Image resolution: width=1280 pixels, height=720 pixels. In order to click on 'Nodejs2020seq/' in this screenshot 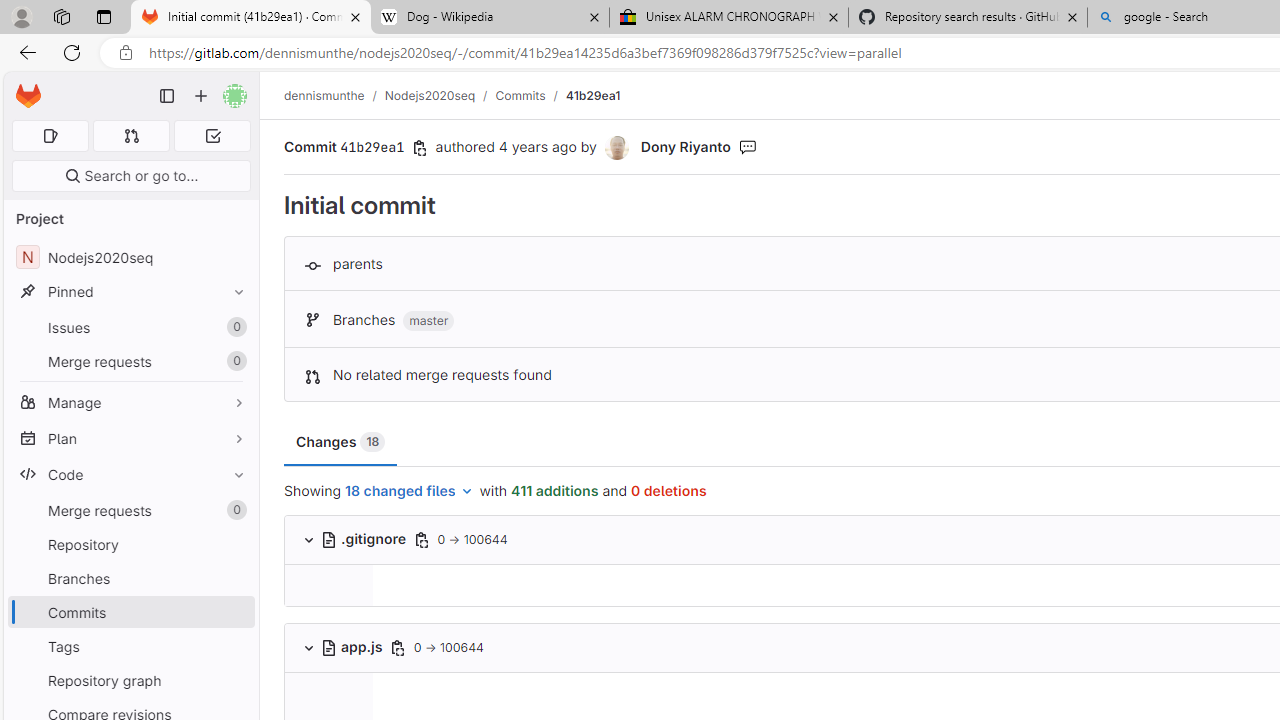, I will do `click(439, 95)`.